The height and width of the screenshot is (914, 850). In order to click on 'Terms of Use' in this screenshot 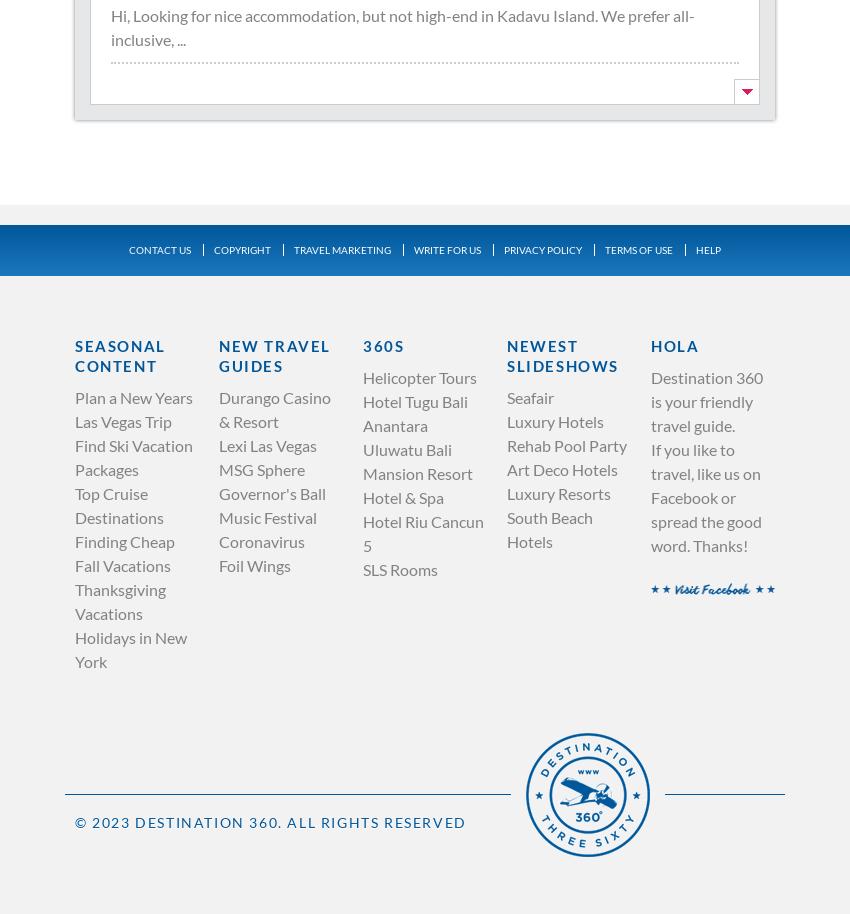, I will do `click(639, 248)`.